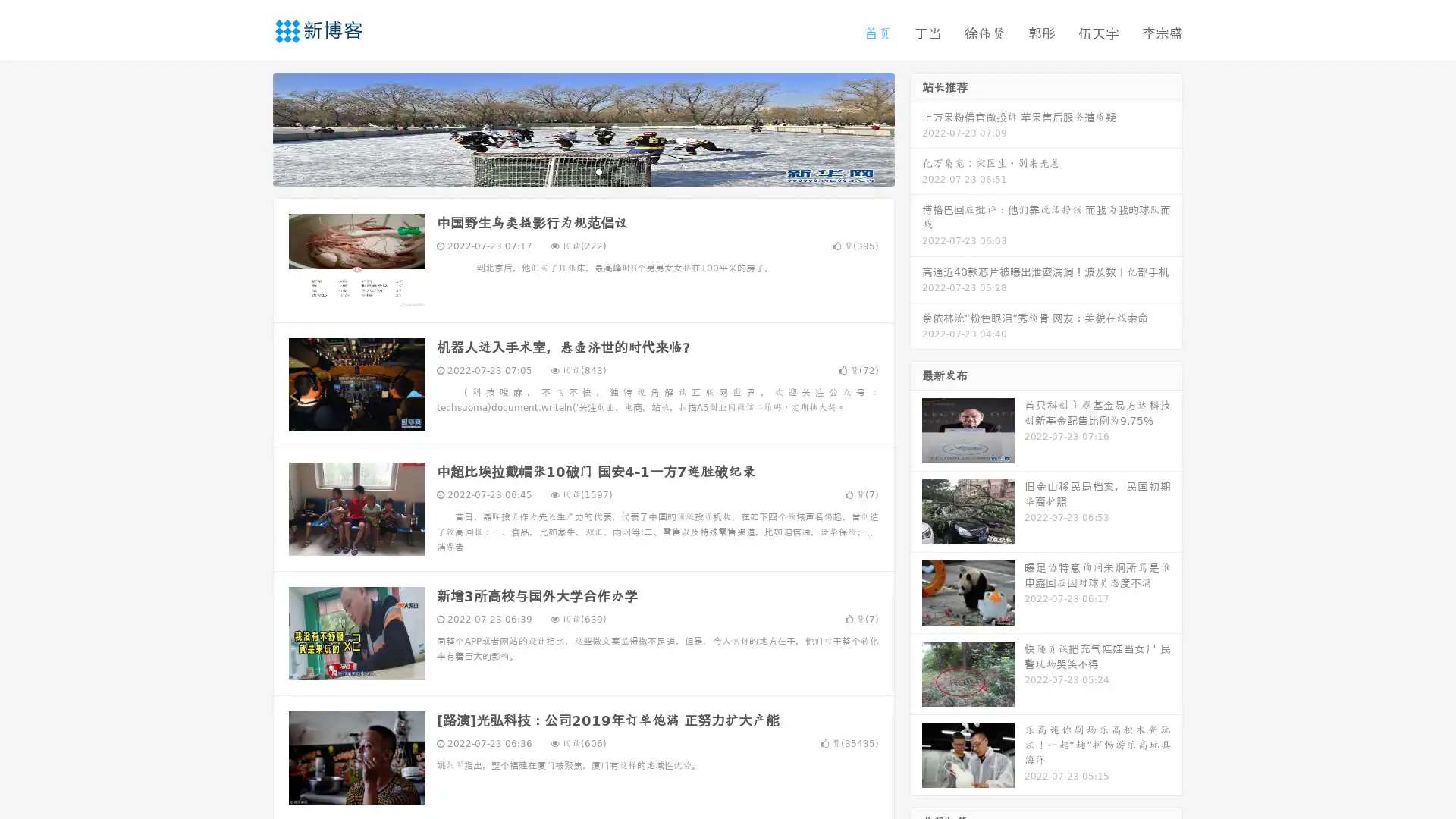  What do you see at coordinates (582, 171) in the screenshot?
I see `Go to slide 2` at bounding box center [582, 171].